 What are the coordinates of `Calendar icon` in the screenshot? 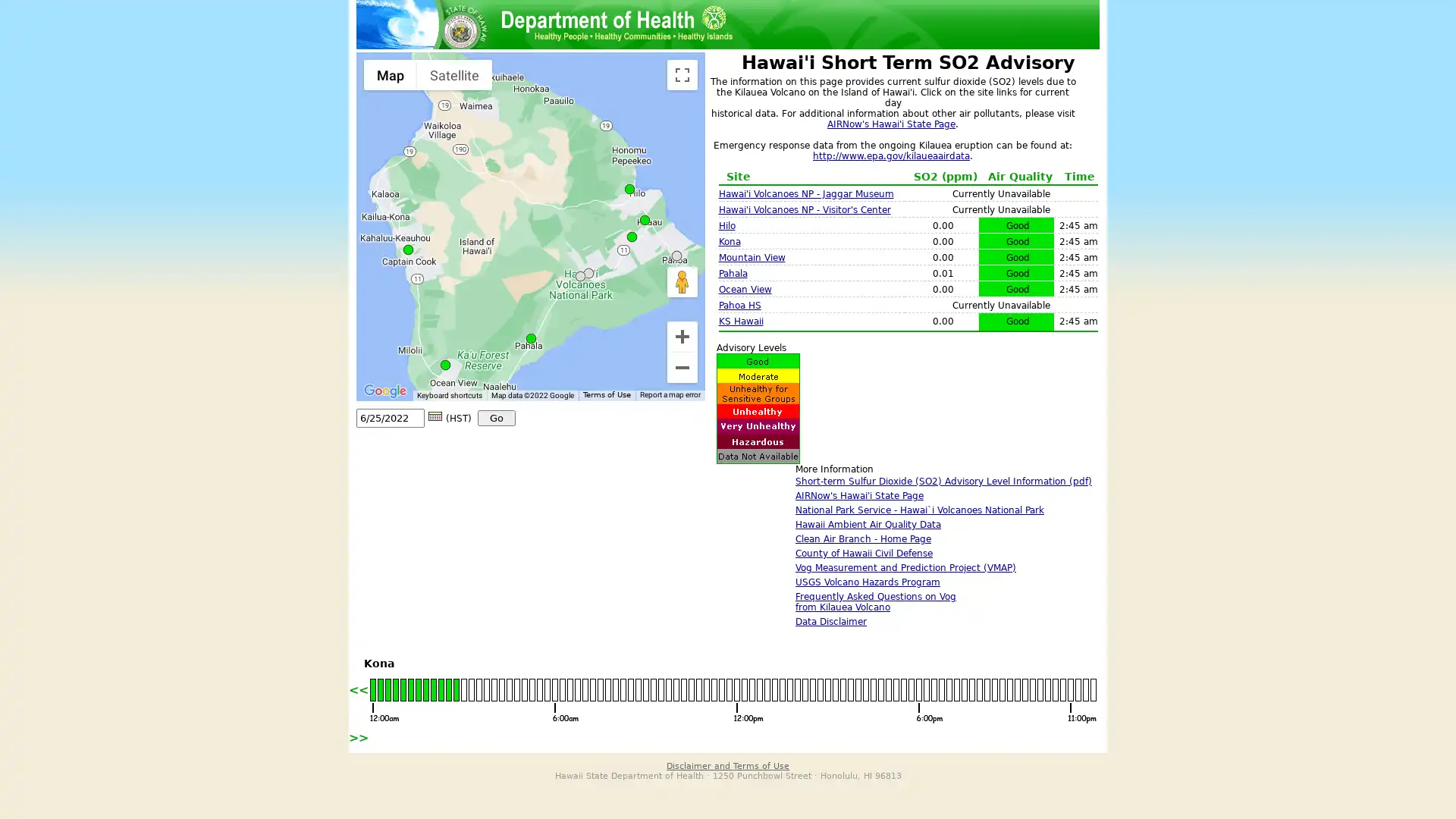 It's located at (435, 416).